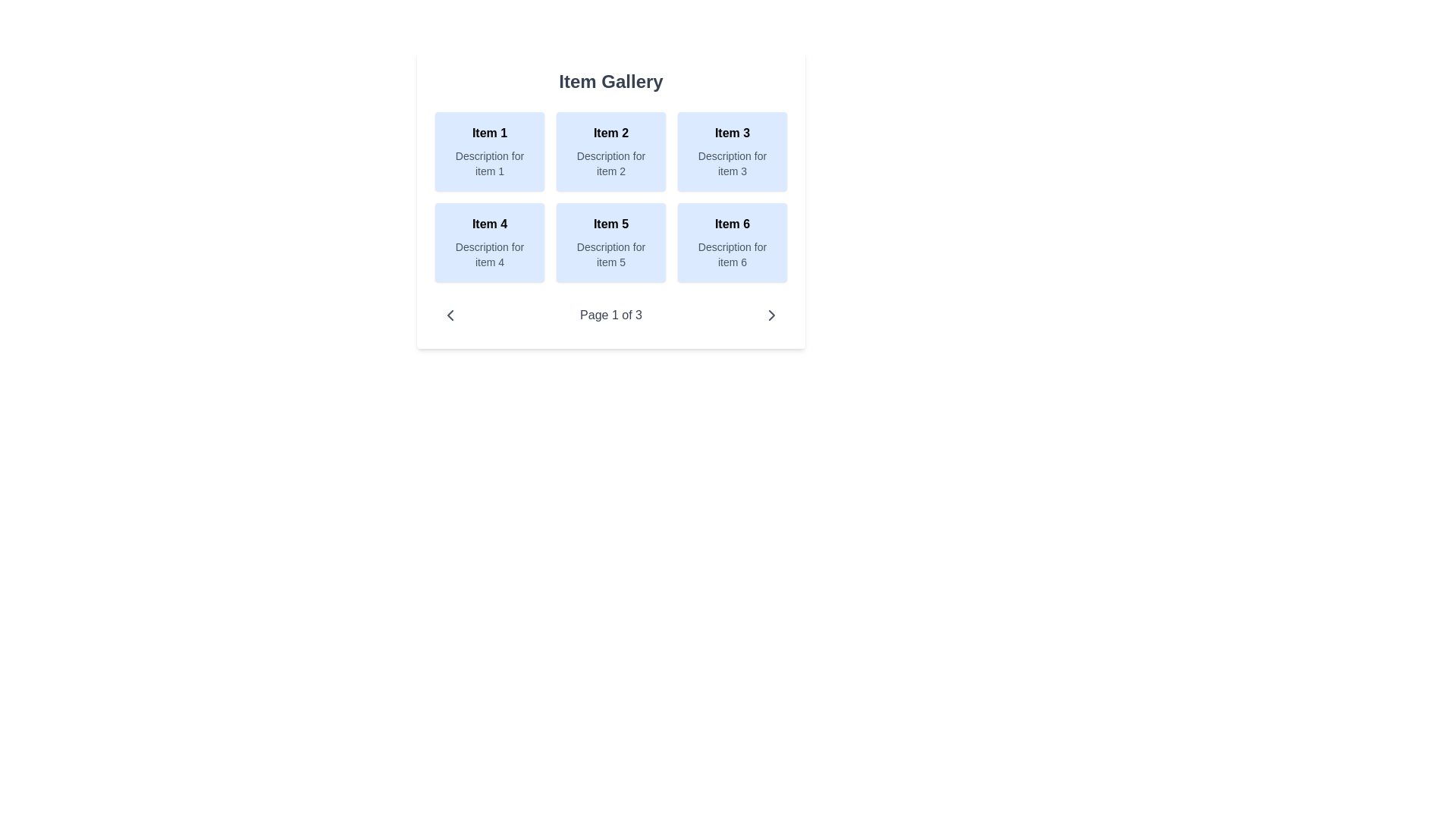 The image size is (1456, 819). What do you see at coordinates (732, 253) in the screenshot?
I see `the descriptive text block for 'Item 6', located beneath its title in the third card of the second row within the gallery grid` at bounding box center [732, 253].